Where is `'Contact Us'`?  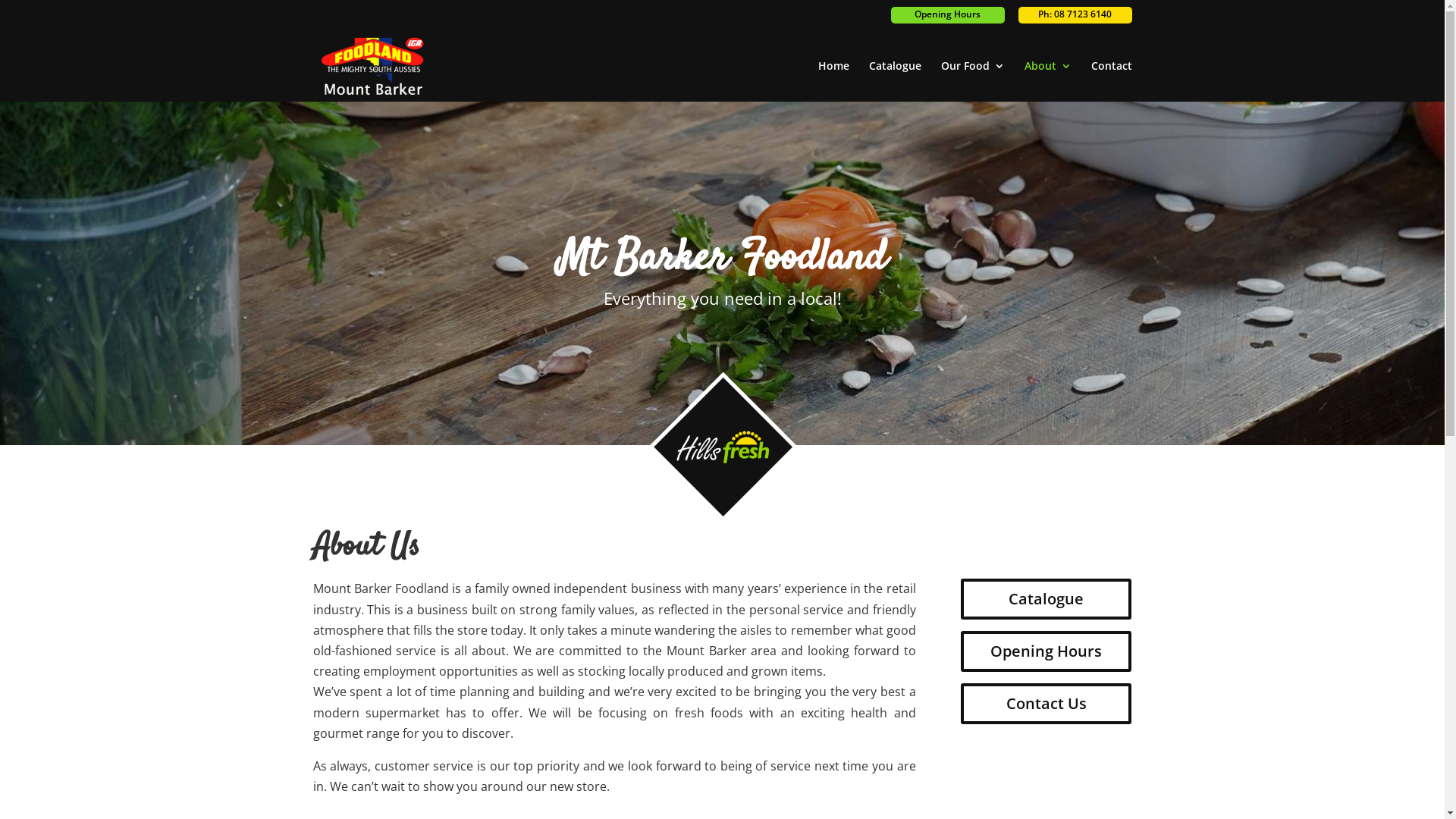 'Contact Us' is located at coordinates (1045, 704).